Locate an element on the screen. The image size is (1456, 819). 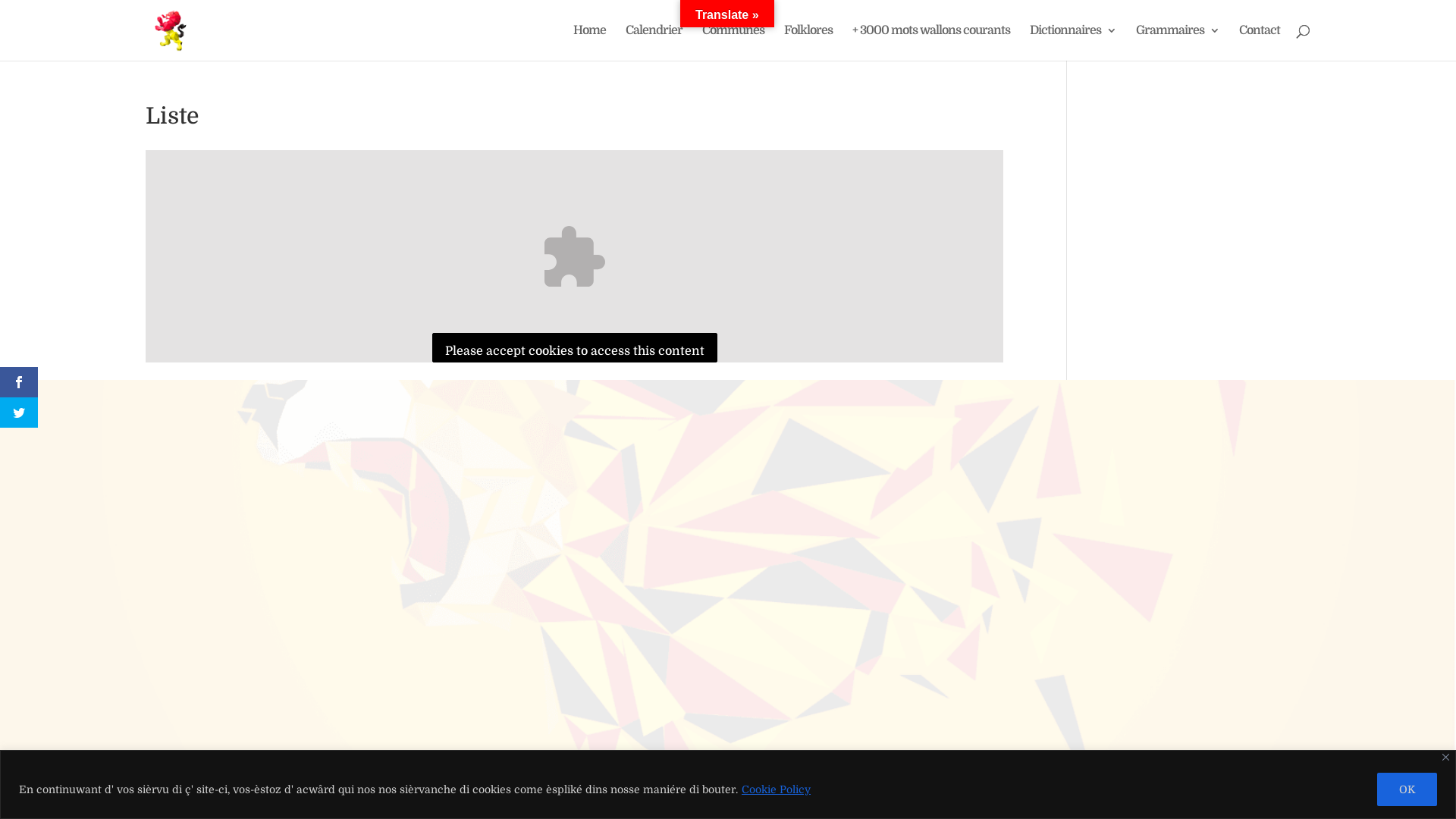
'Contact' is located at coordinates (1259, 42).